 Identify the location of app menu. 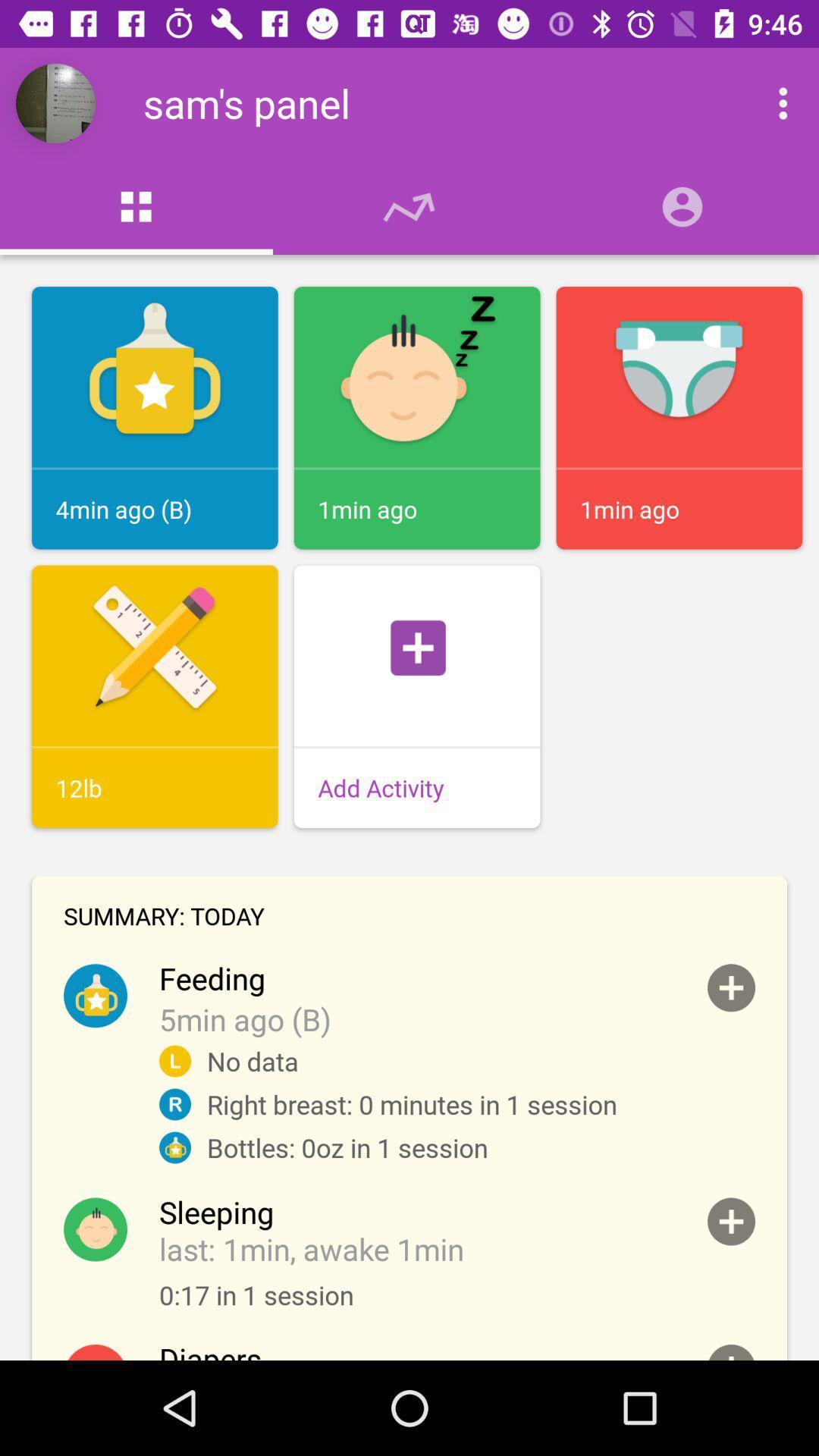
(767, 102).